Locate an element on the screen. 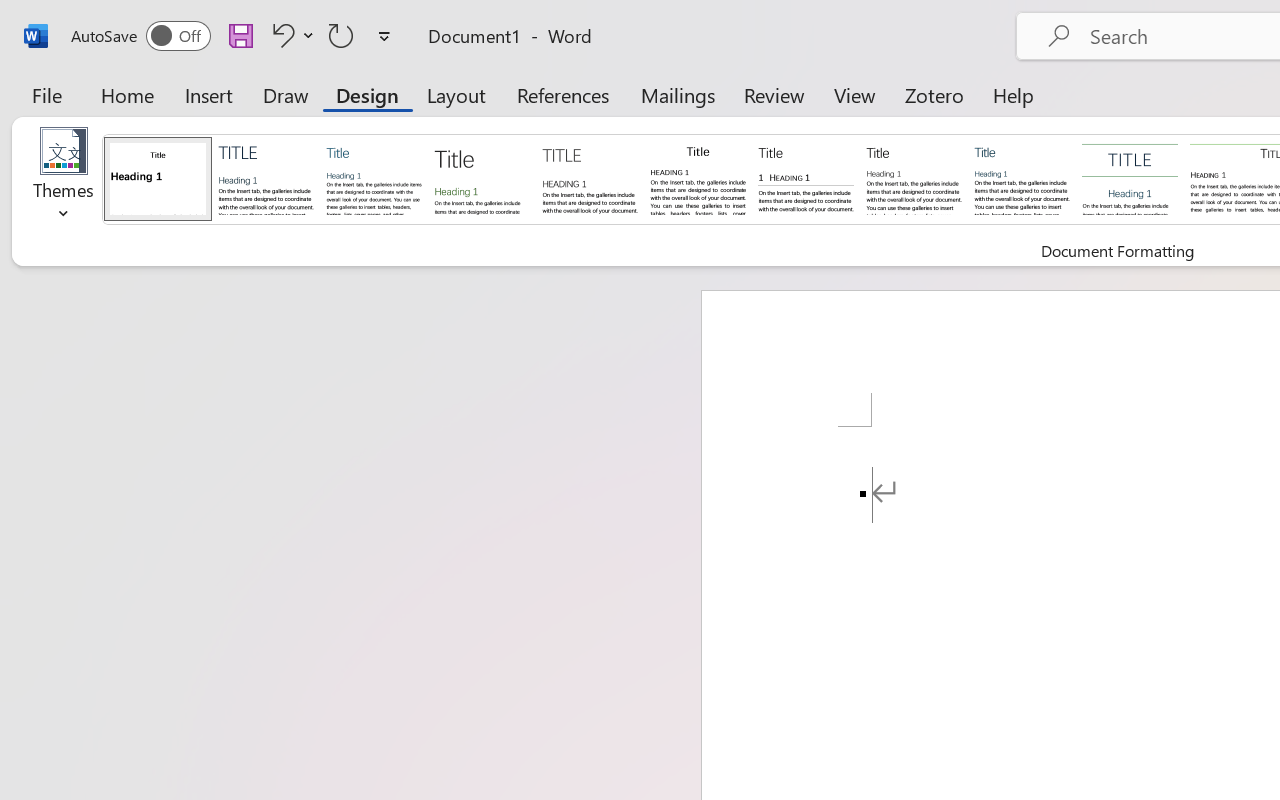 The image size is (1280, 800). 'Basic (Elegant)' is located at coordinates (265, 177).